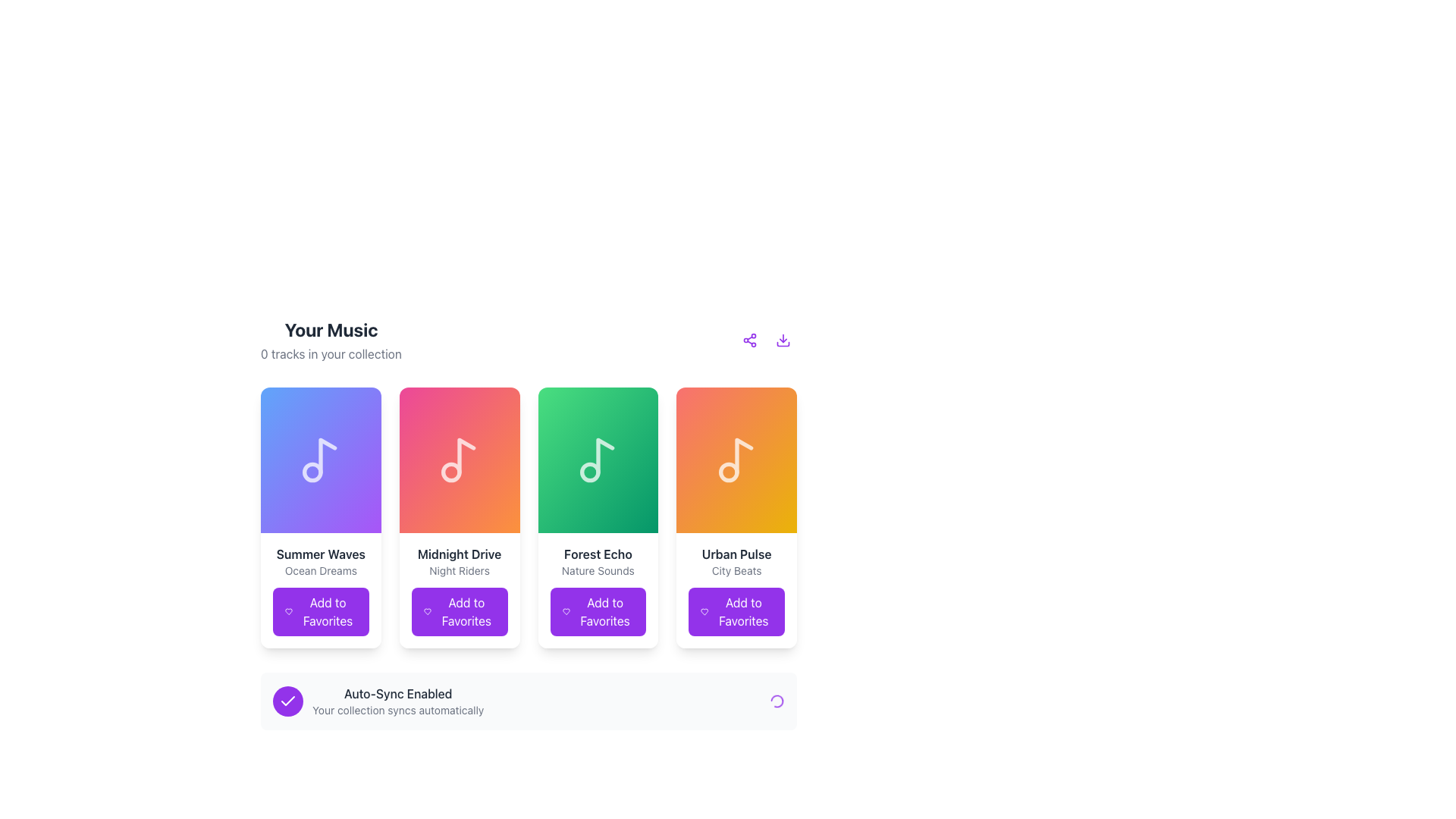 The image size is (1456, 819). I want to click on the static text block with the bold heading 'Your Music' located near the top-left corner of the content area, above the horizontal row of music cards, so click(330, 339).